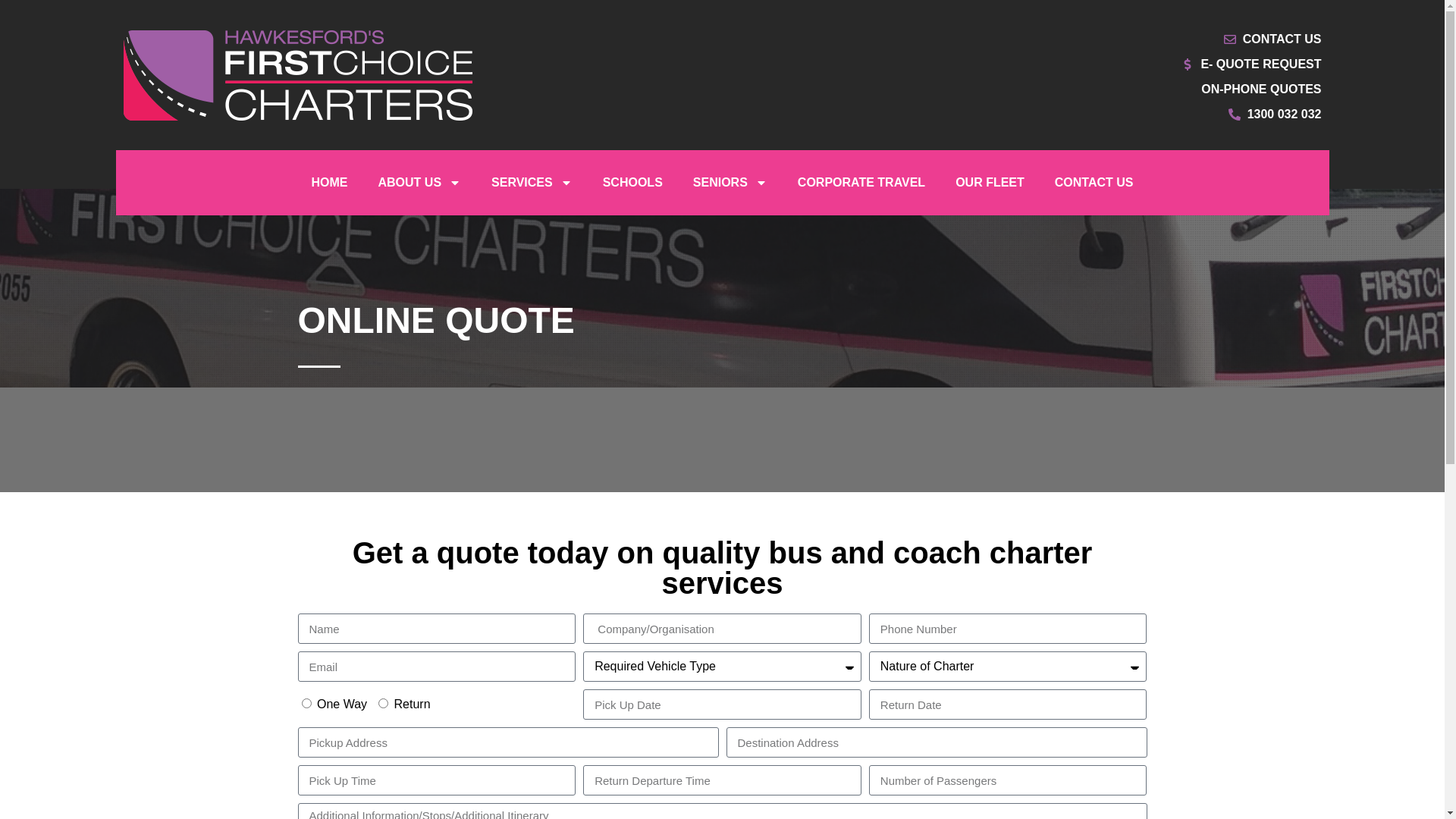  What do you see at coordinates (328, 181) in the screenshot?
I see `'HOME'` at bounding box center [328, 181].